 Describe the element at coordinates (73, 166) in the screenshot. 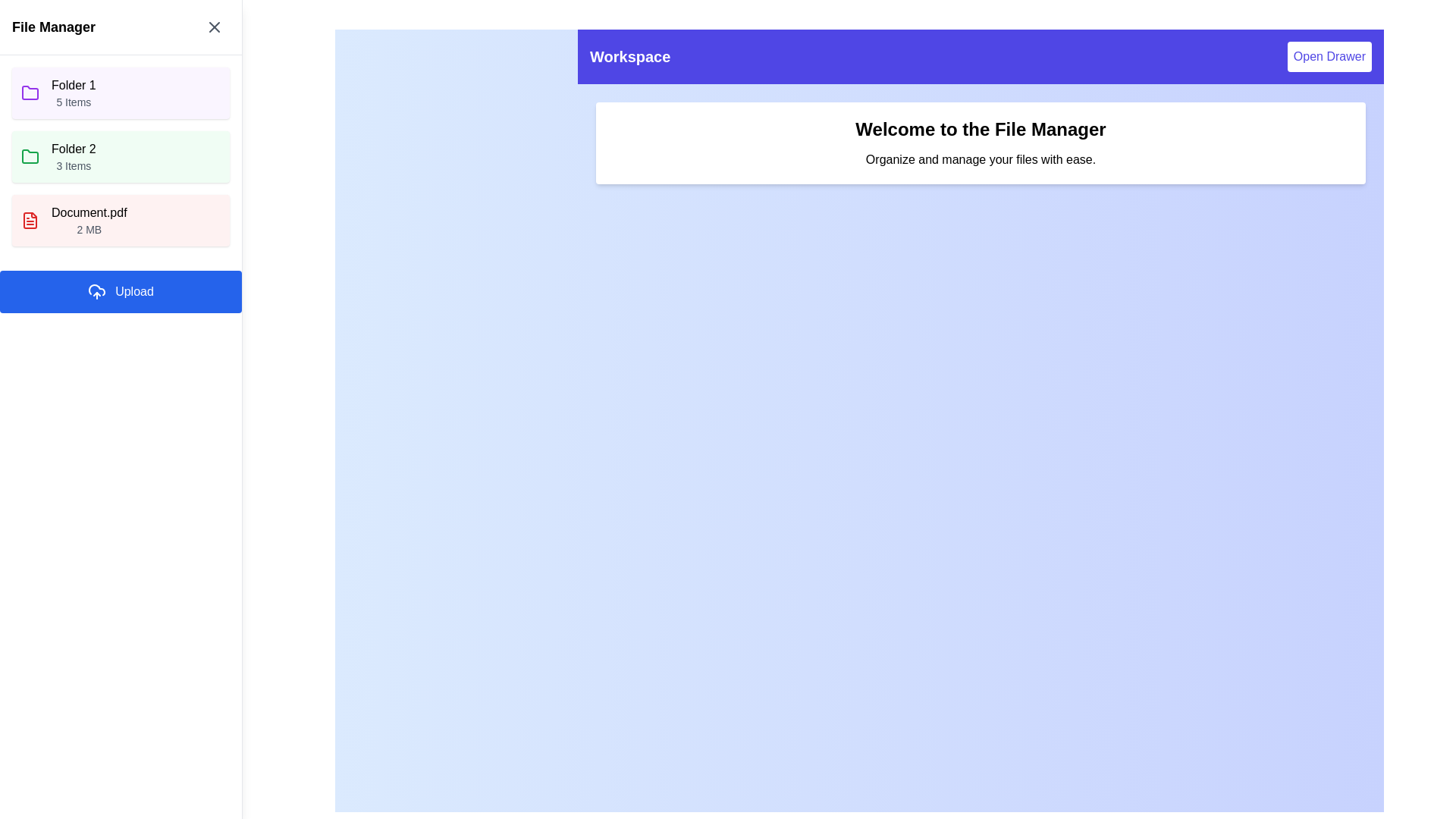

I see `text label that displays '3 Items' located in the left sidebar under the 'Folder 2' label, which is styled with a light green background` at that location.